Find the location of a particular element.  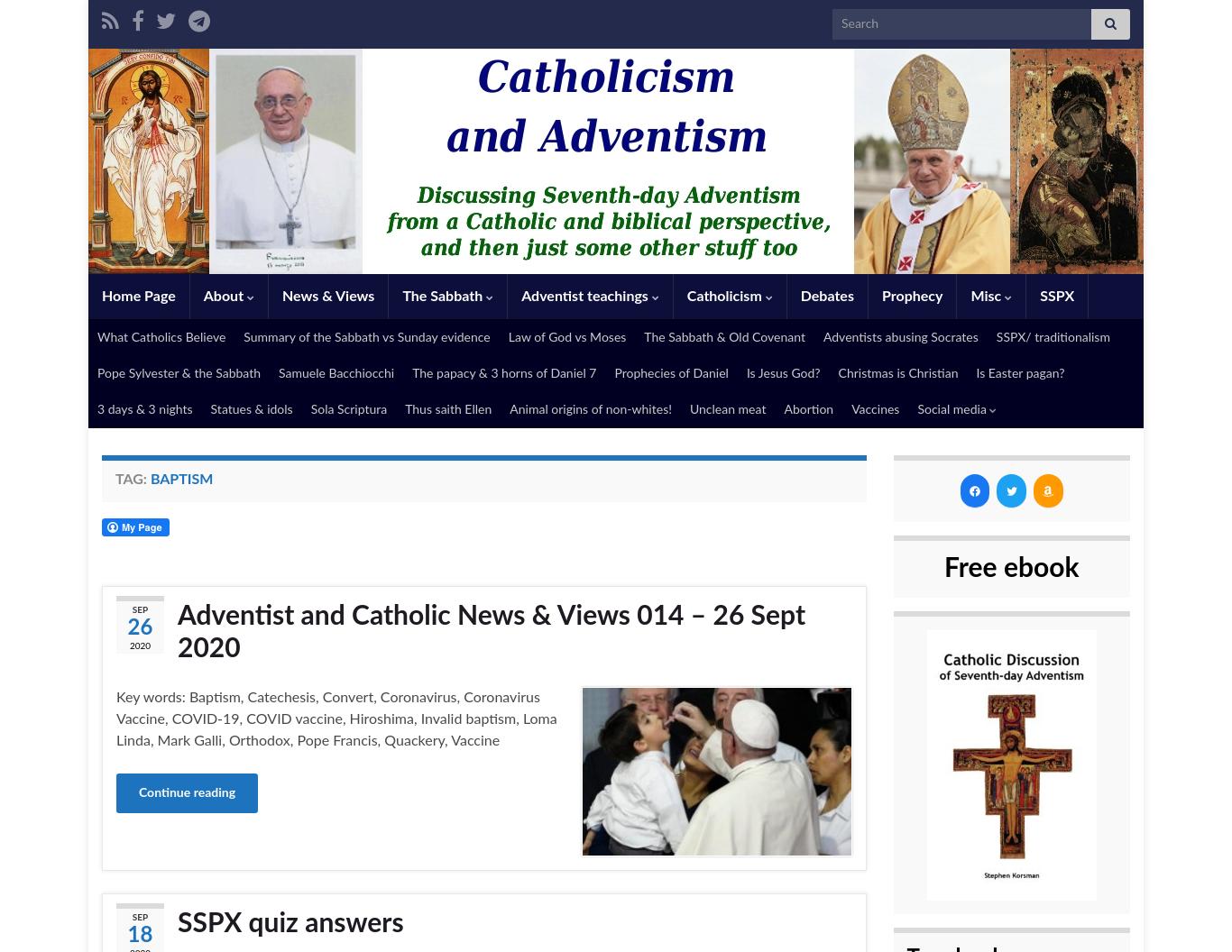

'The papacy & 3 horns of Daniel 7' is located at coordinates (412, 374).